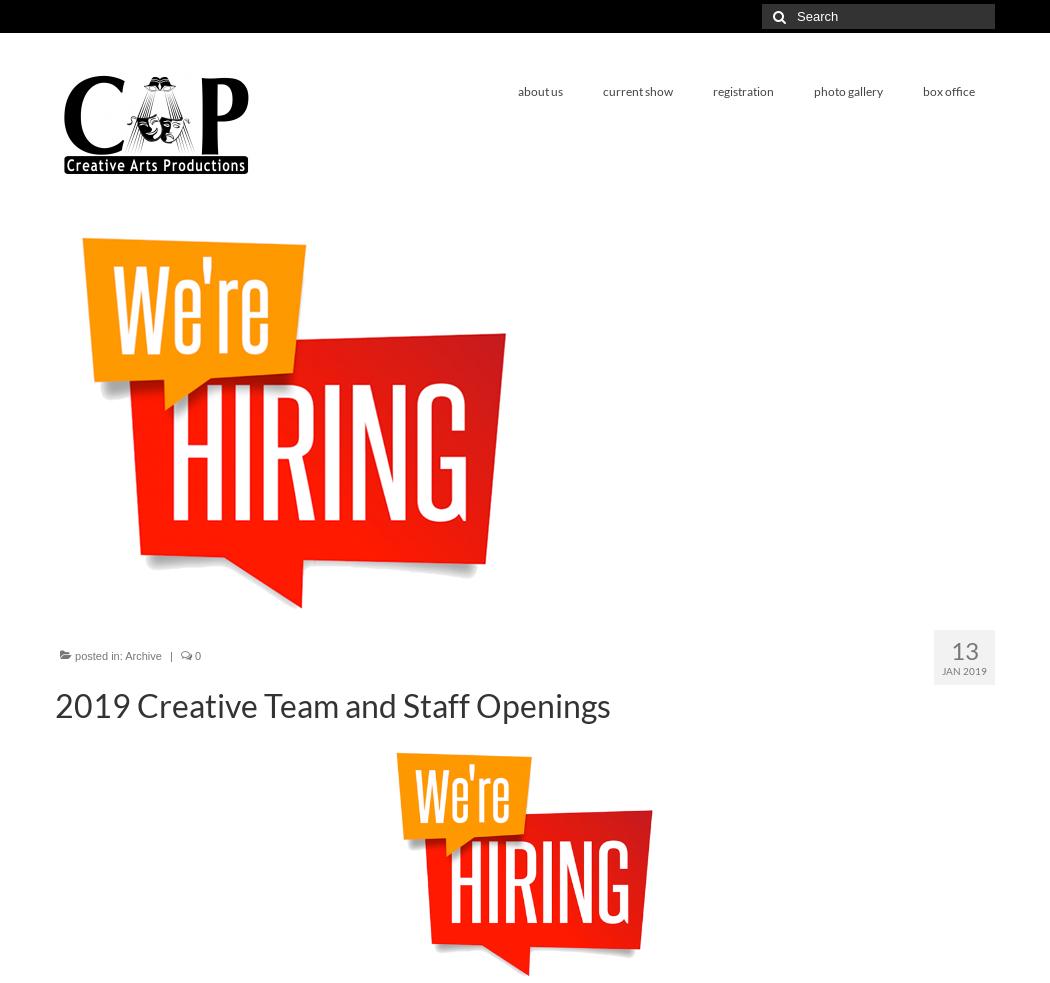 The height and width of the screenshot is (983, 1050). I want to click on '2019 Creative Team and Staff Openings', so click(332, 704).